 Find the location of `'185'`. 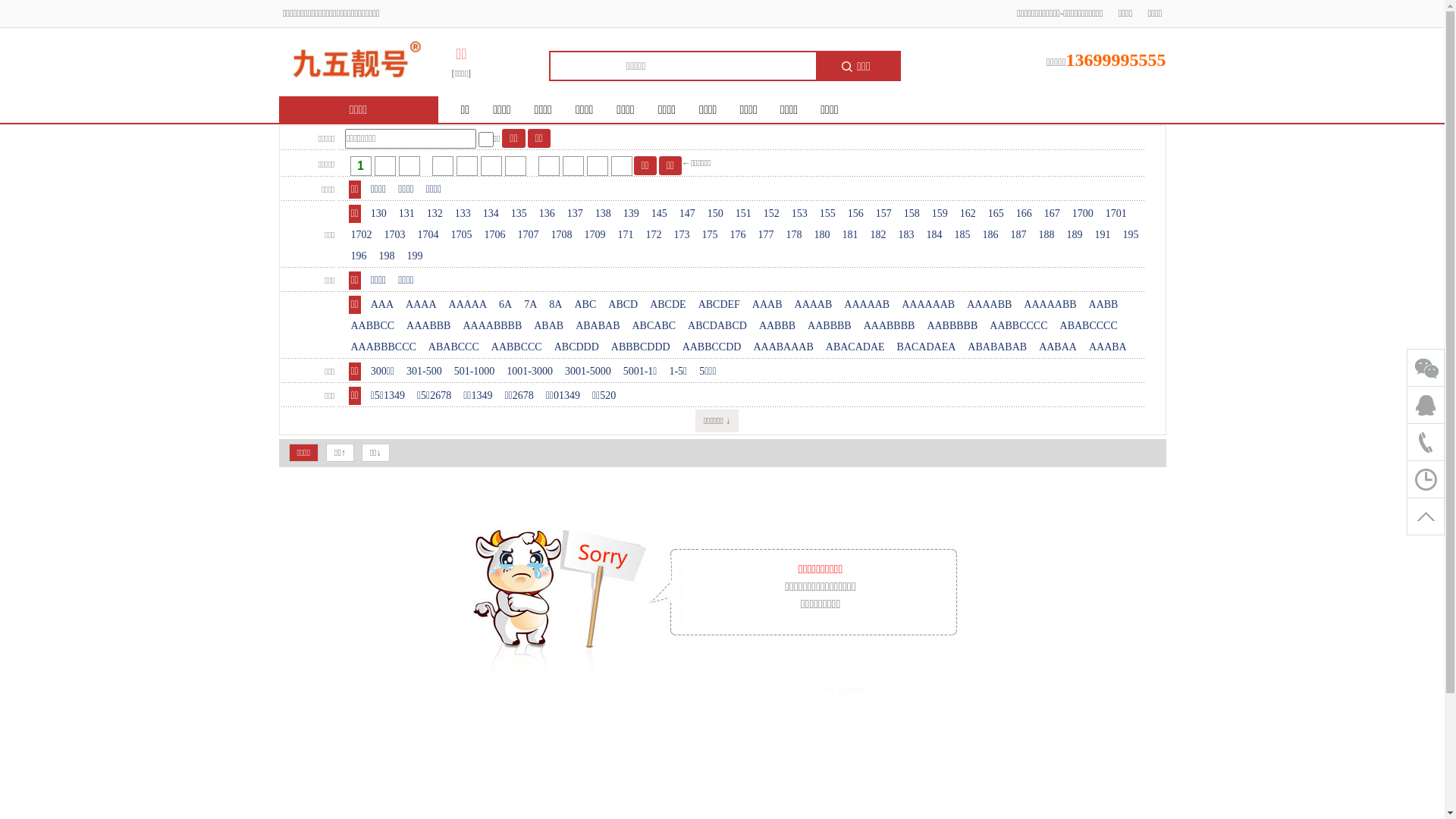

'185' is located at coordinates (962, 234).